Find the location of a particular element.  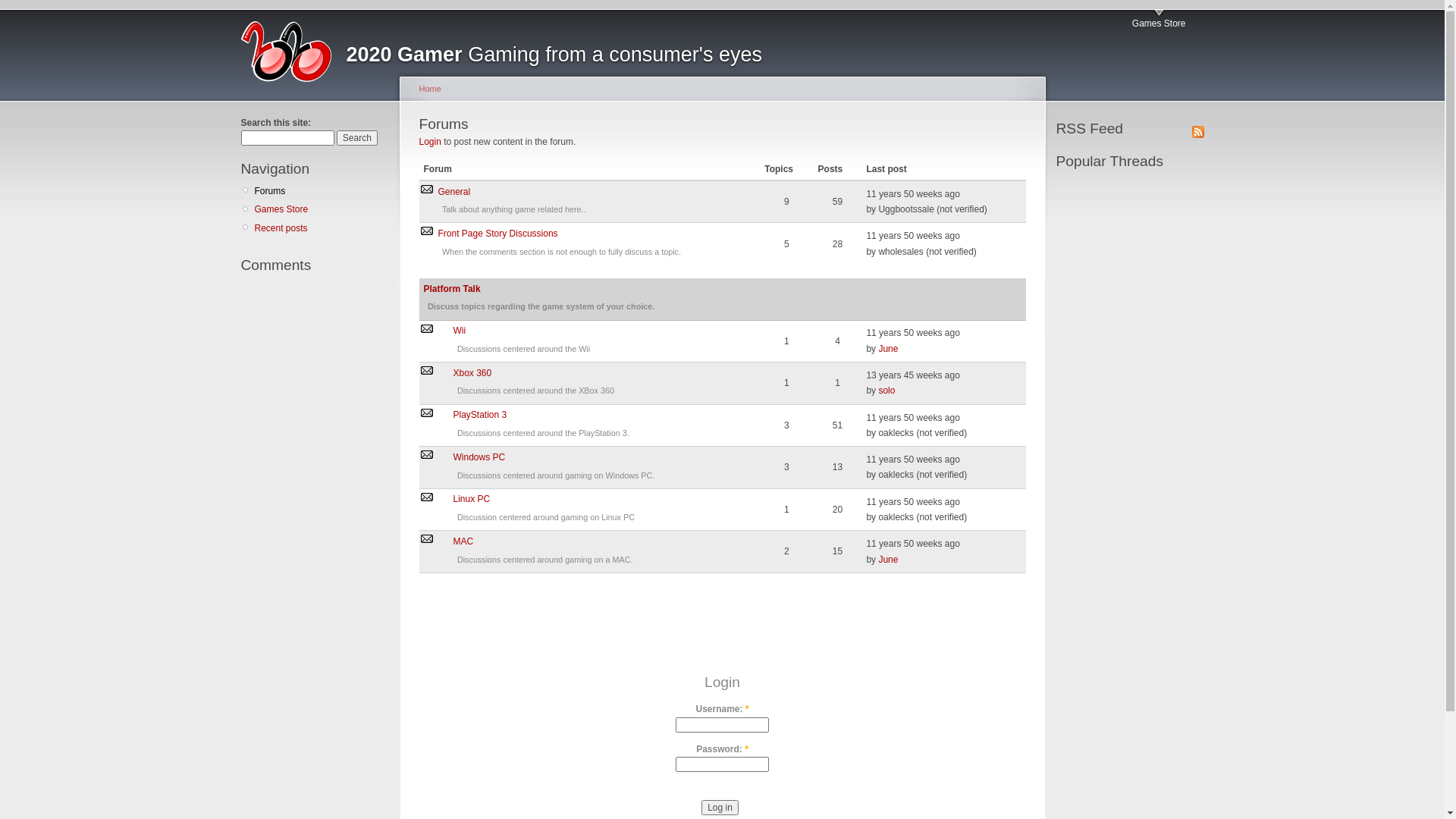

'June' is located at coordinates (888, 348).